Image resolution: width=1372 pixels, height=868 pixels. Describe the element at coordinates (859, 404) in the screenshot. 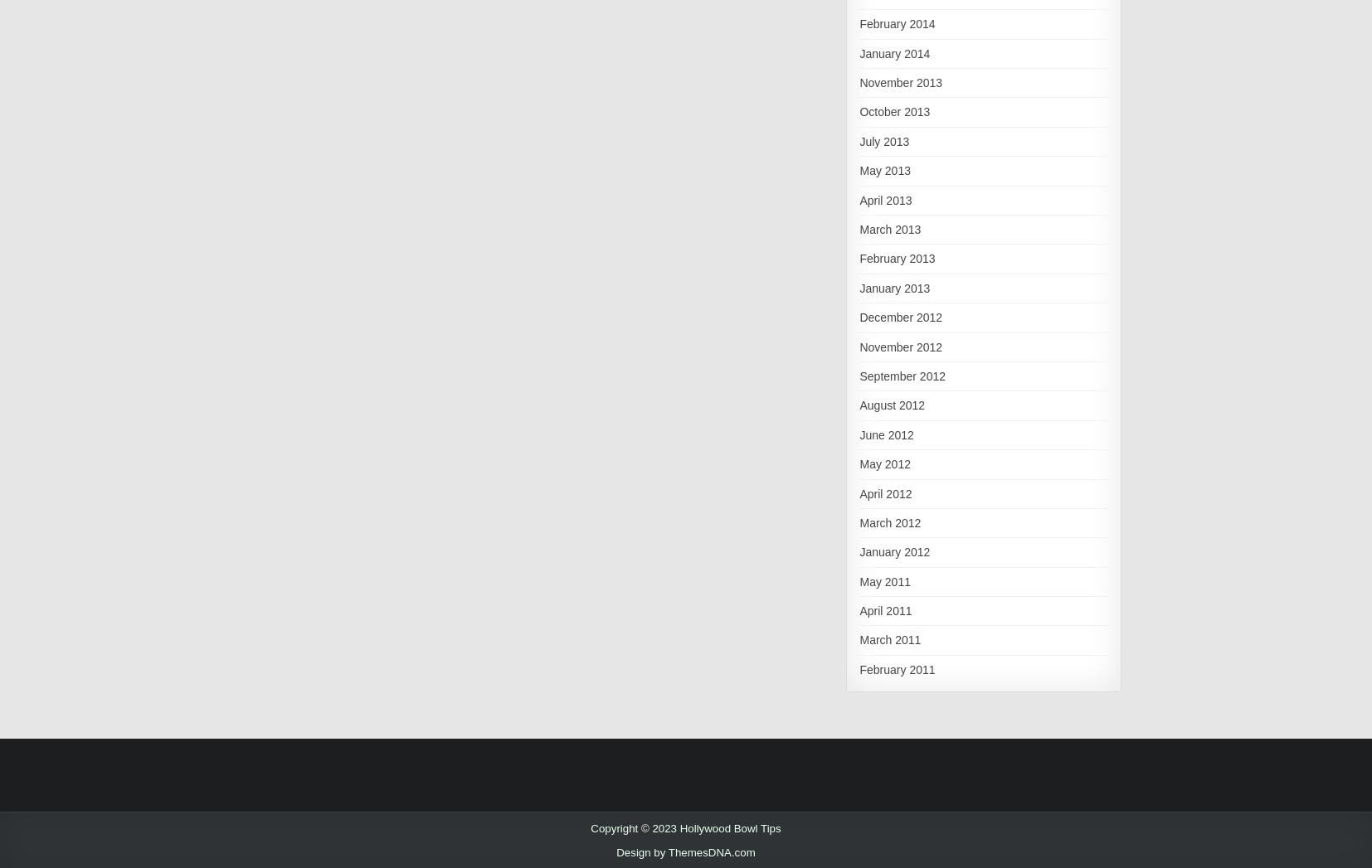

I see `'August 2012'` at that location.